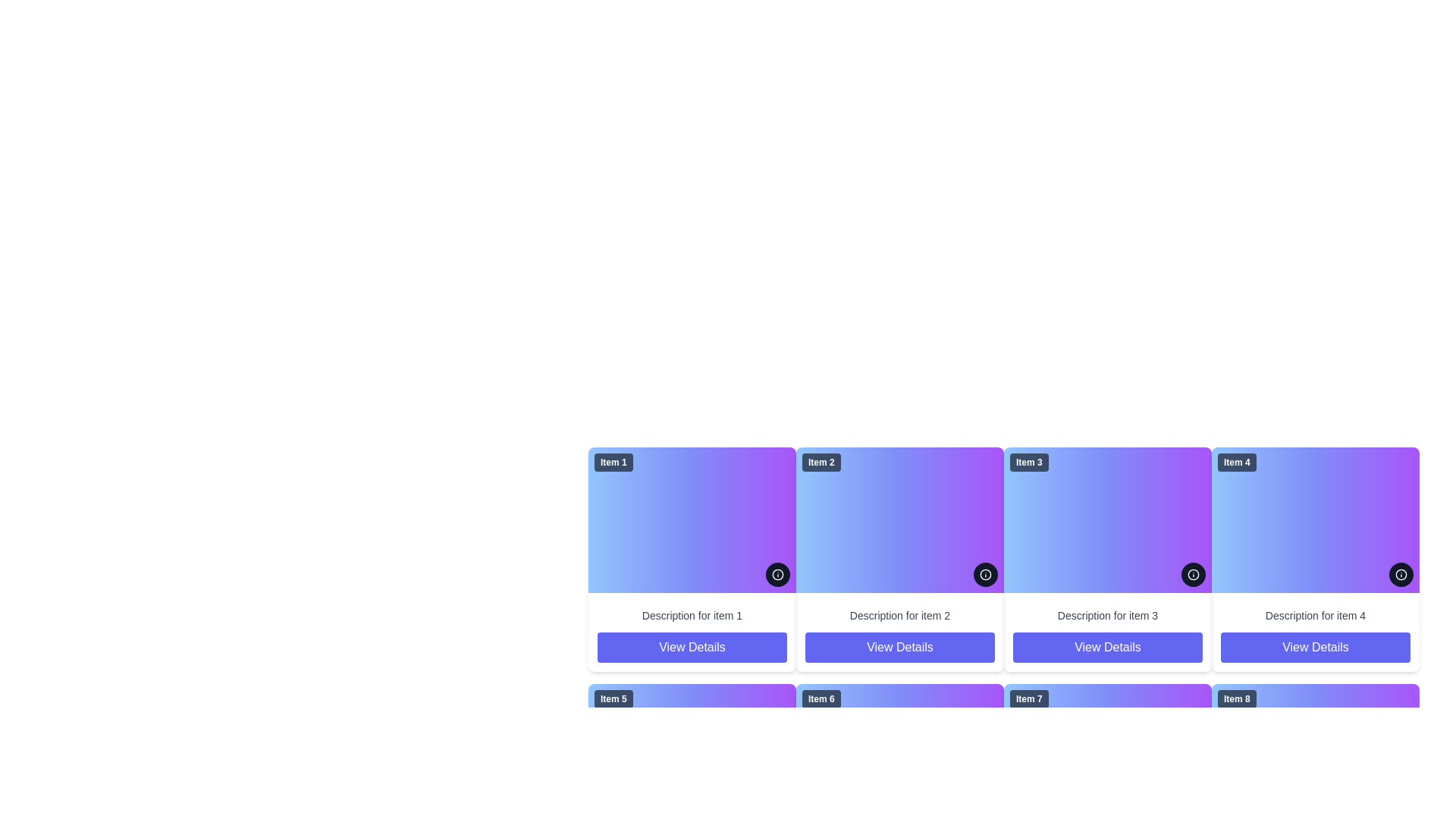  Describe the element at coordinates (1107, 632) in the screenshot. I see `the 'View Details' button located in the third card of the grid layout, which contains the text 'Description for item 3'` at that location.